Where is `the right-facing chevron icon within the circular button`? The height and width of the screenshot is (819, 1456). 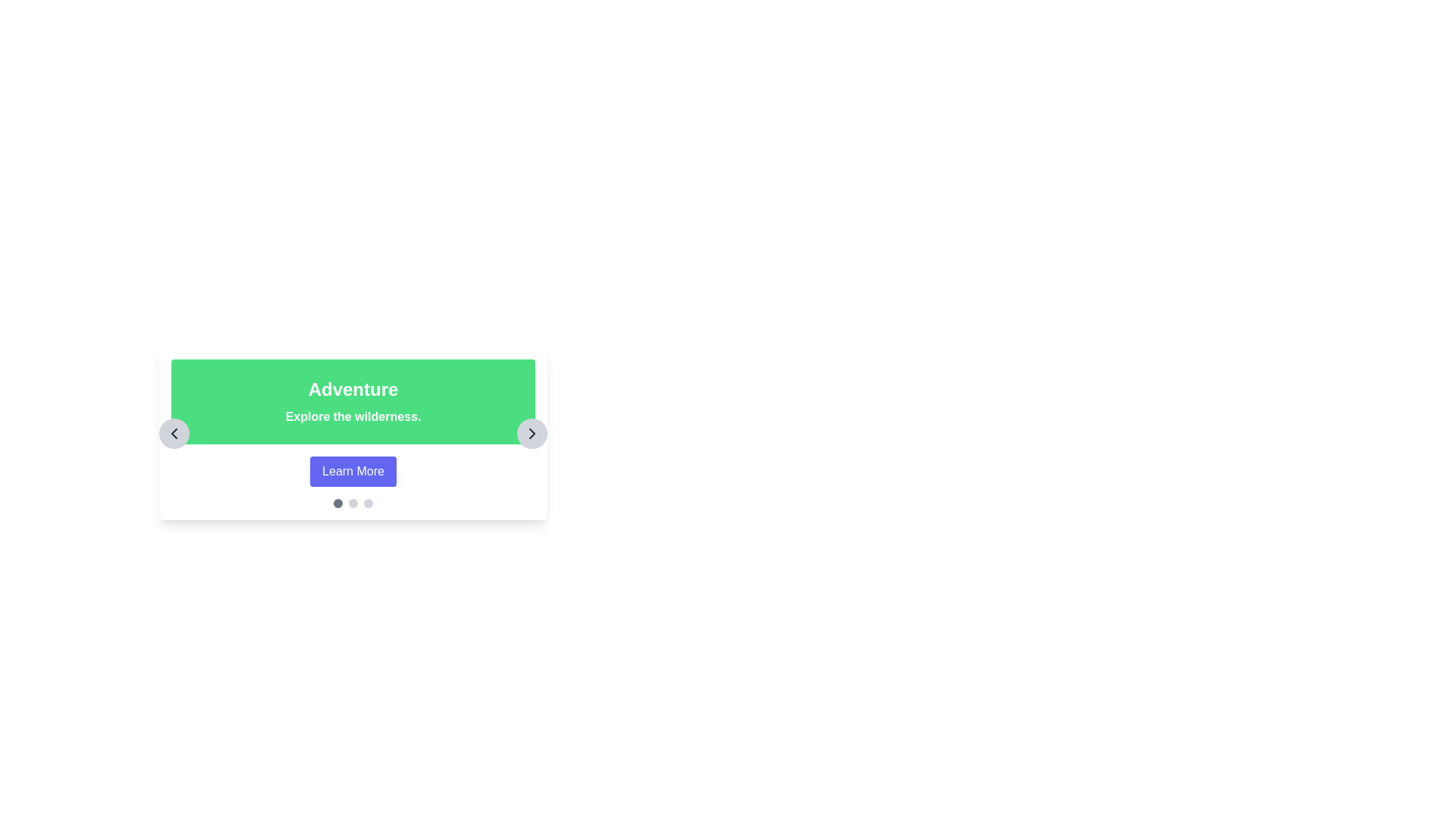
the right-facing chevron icon within the circular button is located at coordinates (532, 433).